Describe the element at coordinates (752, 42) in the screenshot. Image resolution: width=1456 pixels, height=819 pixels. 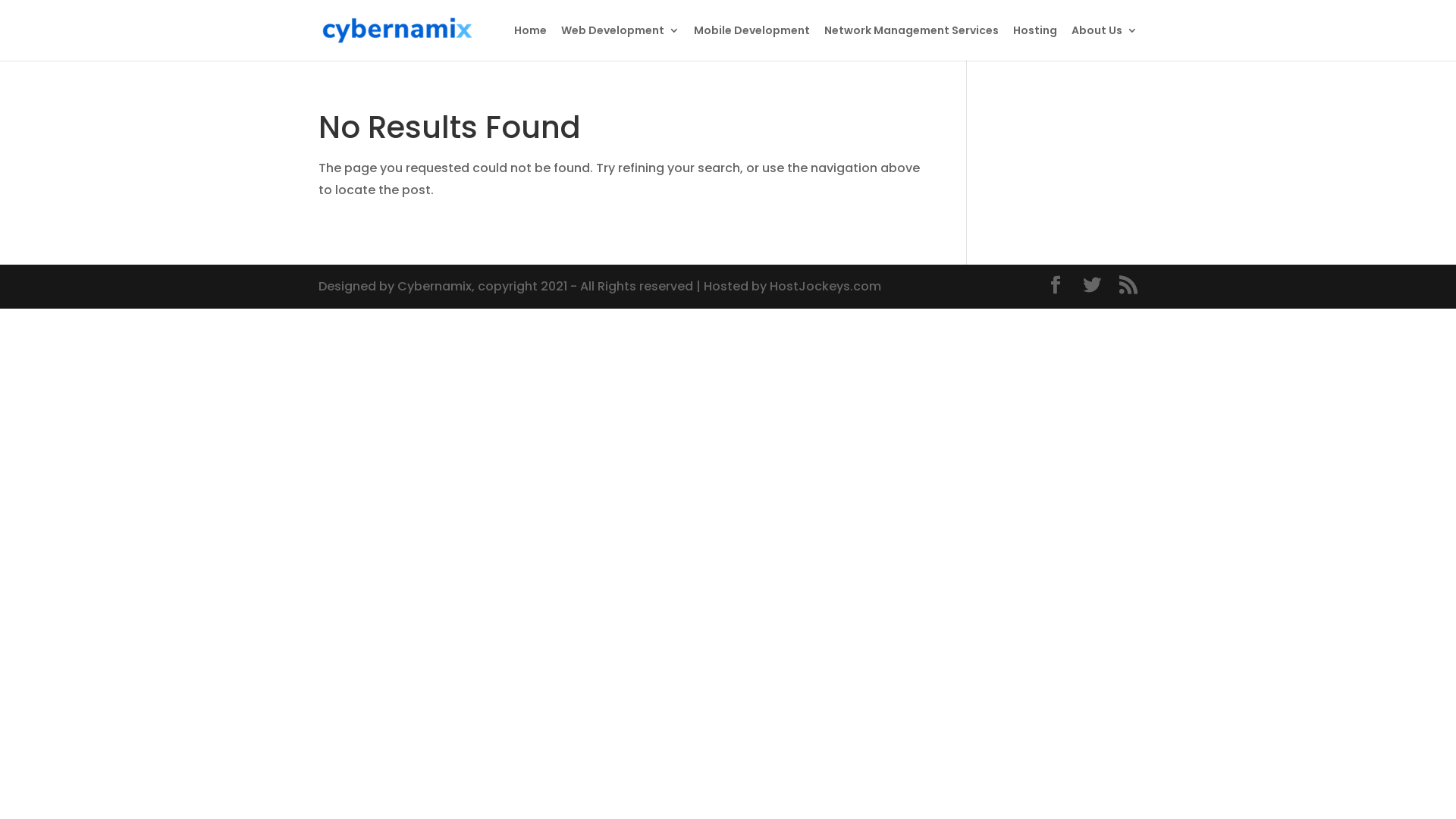
I see `'Mobile Development'` at that location.